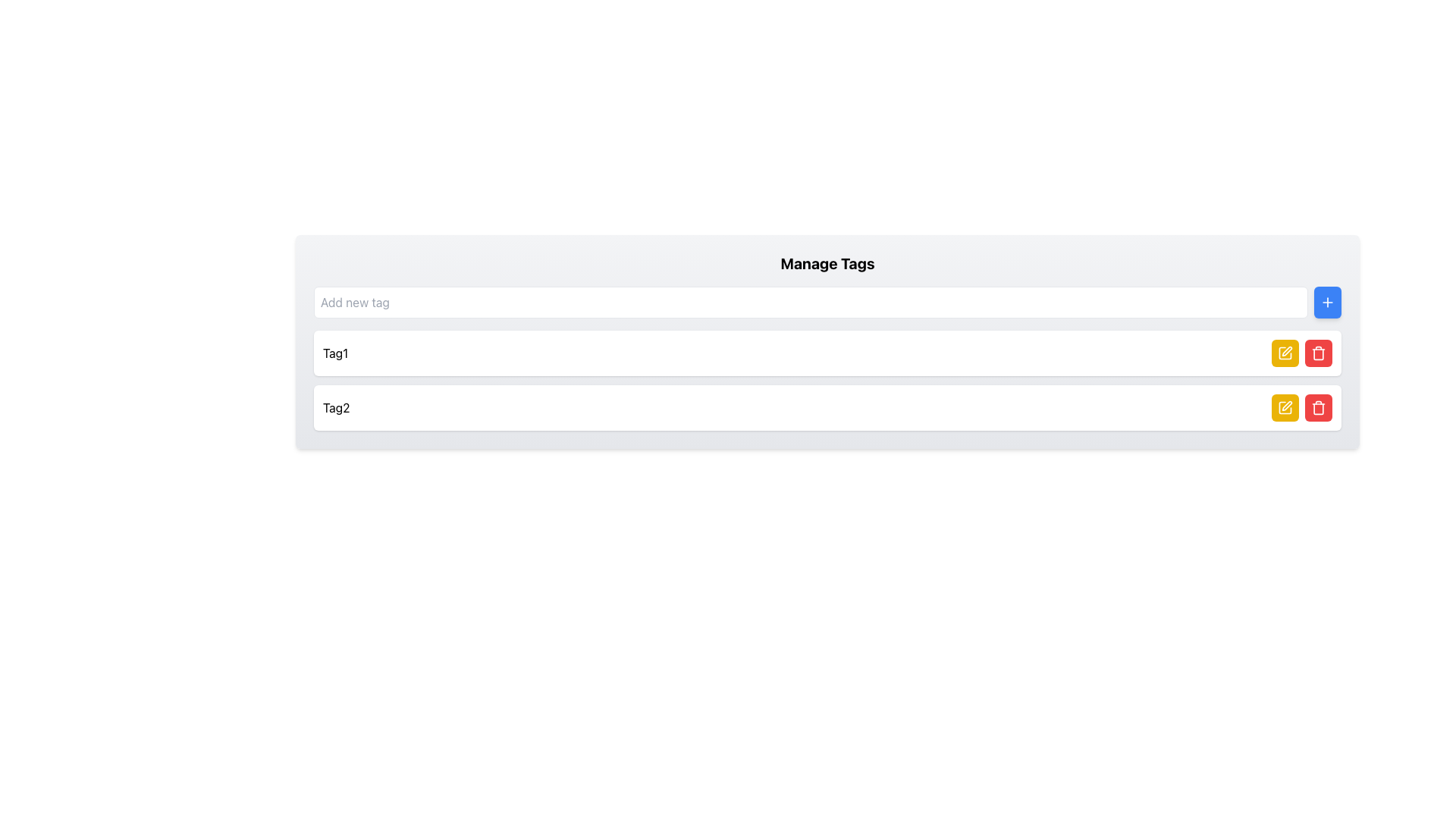  I want to click on the 'Add new tag' button located to the right of the text input field, so click(1327, 302).